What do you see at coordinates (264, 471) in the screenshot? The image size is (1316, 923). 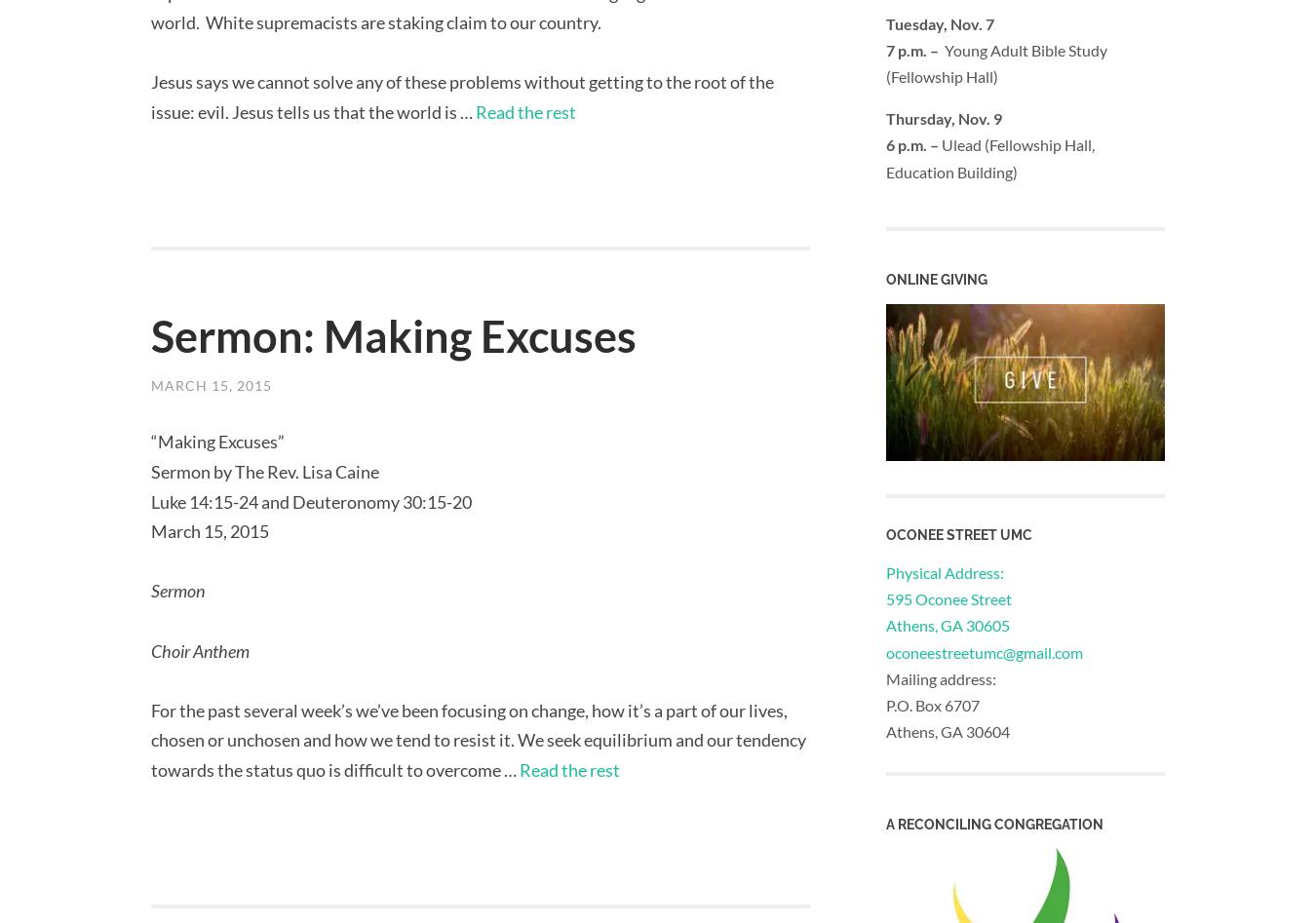 I see `'Sermon by The Rev. Lisa Caine'` at bounding box center [264, 471].